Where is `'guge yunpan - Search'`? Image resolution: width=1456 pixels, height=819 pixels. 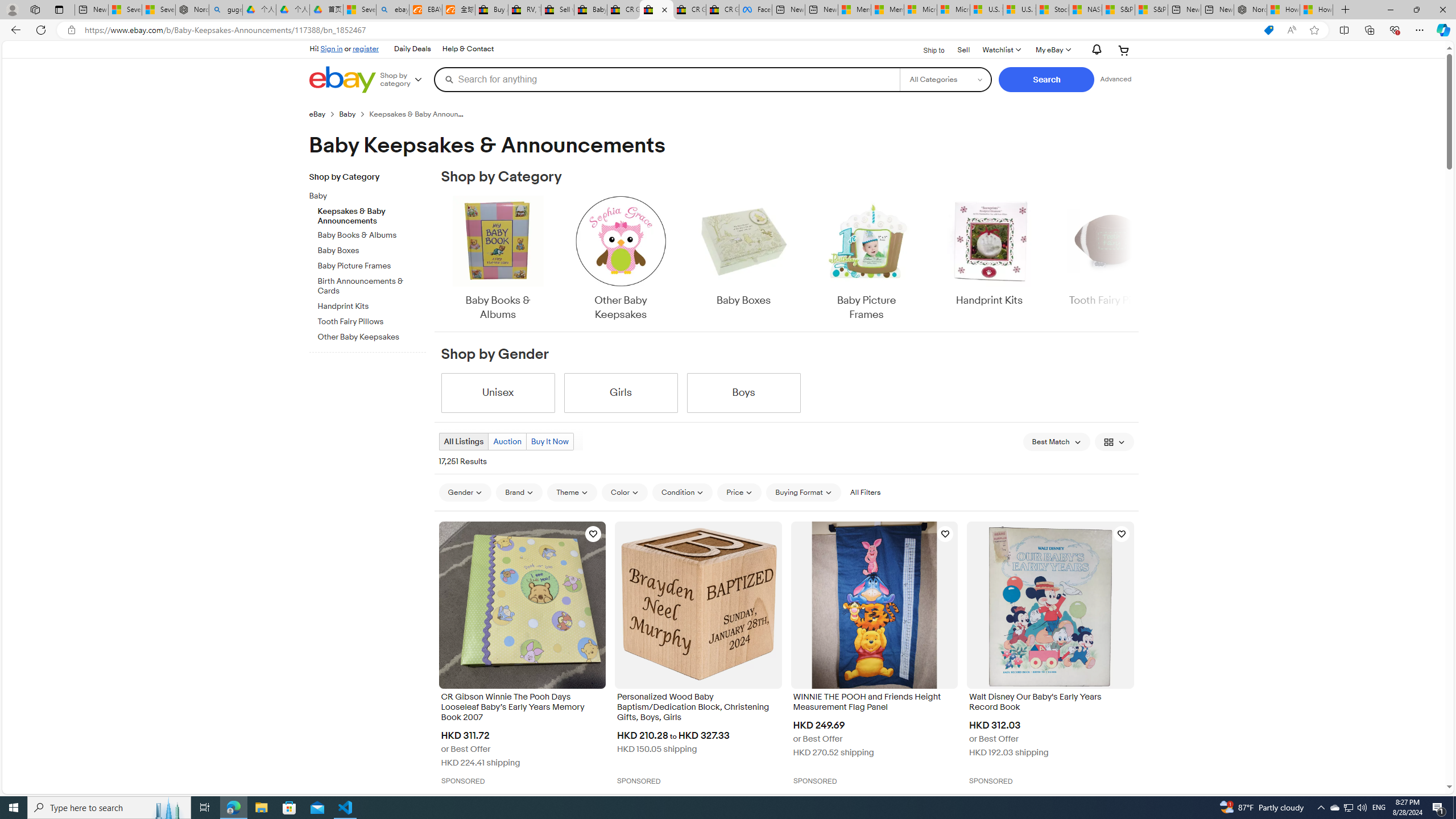
'guge yunpan - Search' is located at coordinates (225, 9).